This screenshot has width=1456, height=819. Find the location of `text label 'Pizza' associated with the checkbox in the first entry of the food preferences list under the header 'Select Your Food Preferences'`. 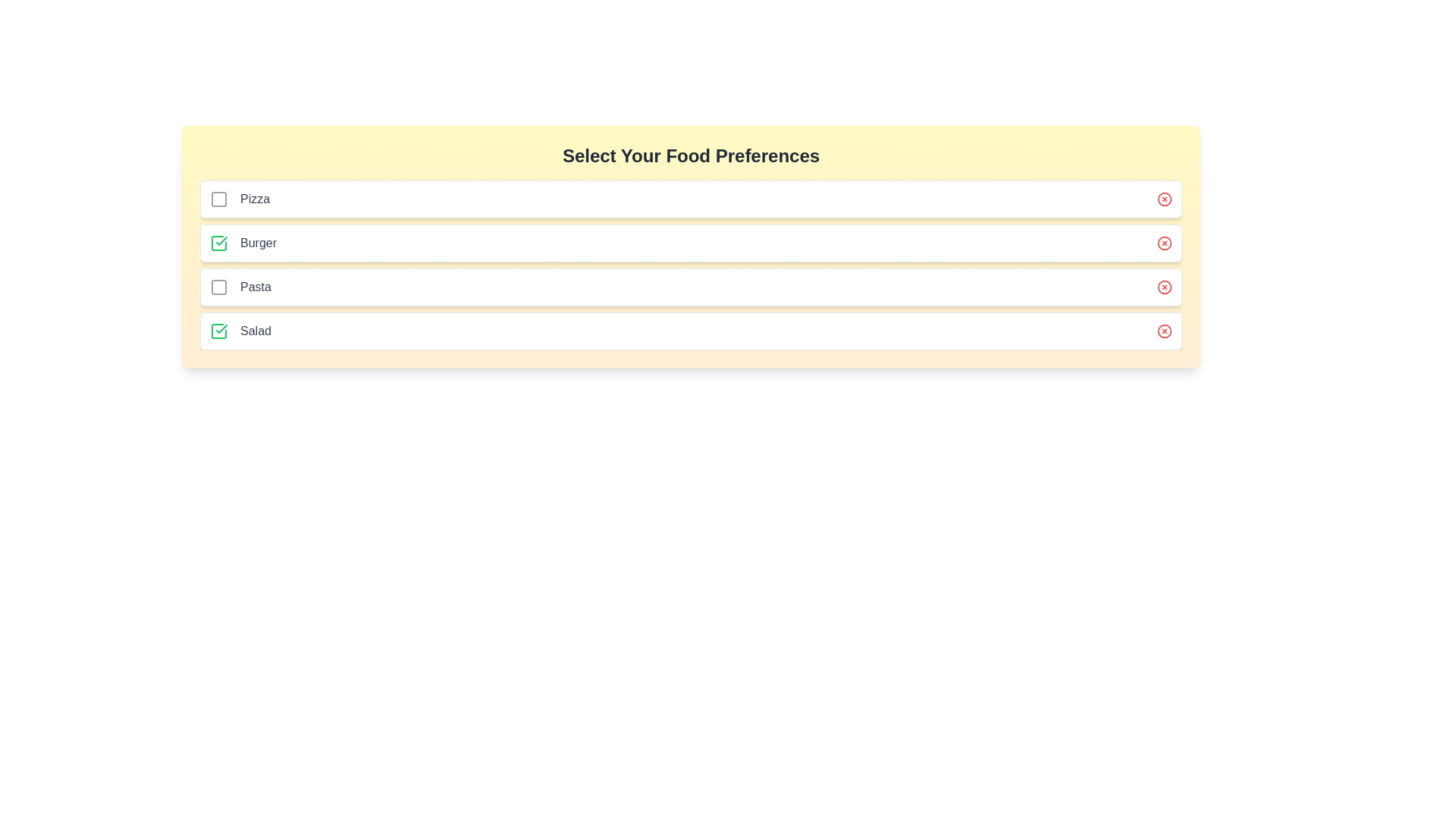

text label 'Pizza' associated with the checkbox in the first entry of the food preferences list under the header 'Select Your Food Preferences' is located at coordinates (239, 198).